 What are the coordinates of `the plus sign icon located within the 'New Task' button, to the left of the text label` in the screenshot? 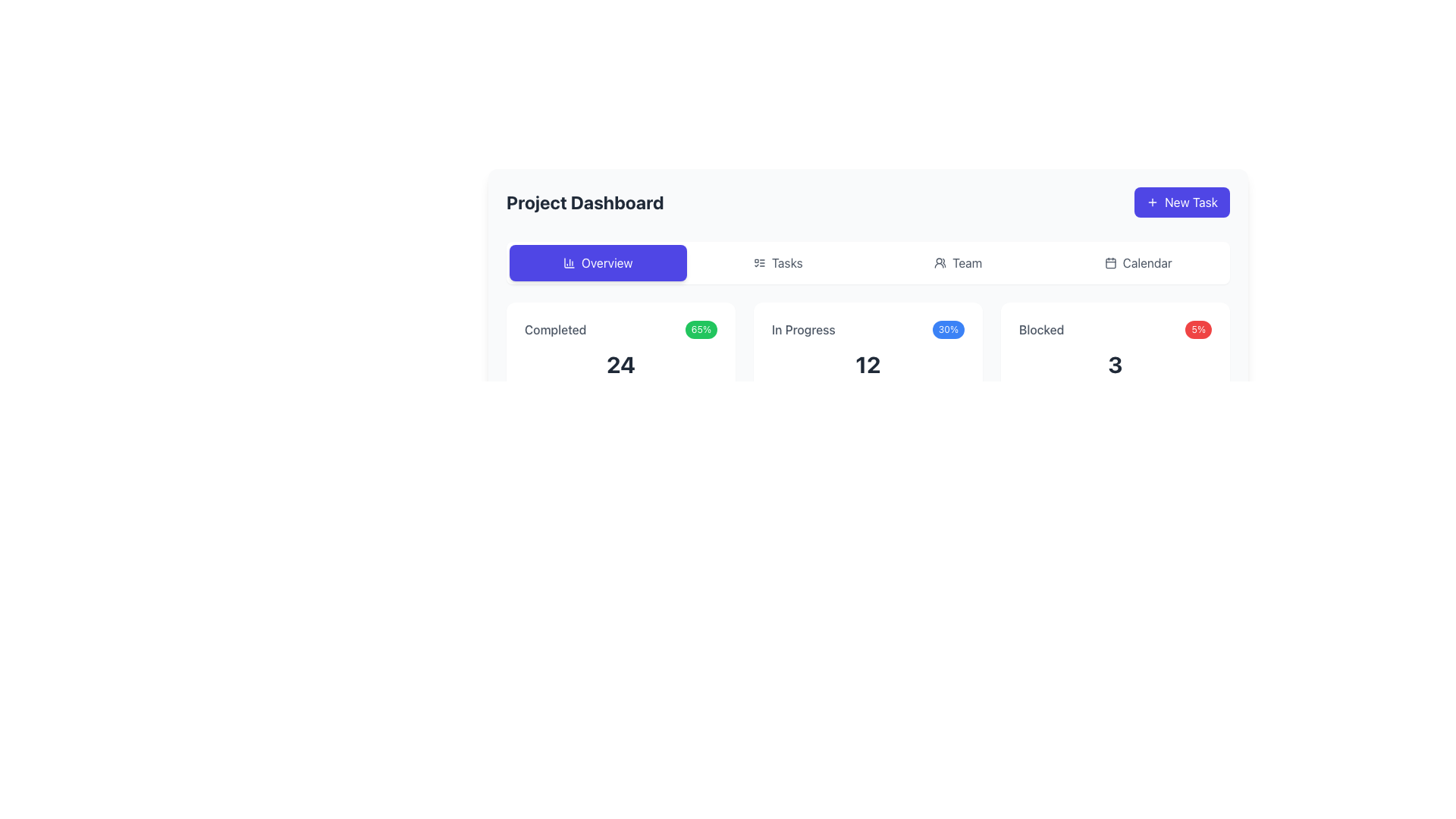 It's located at (1153, 201).